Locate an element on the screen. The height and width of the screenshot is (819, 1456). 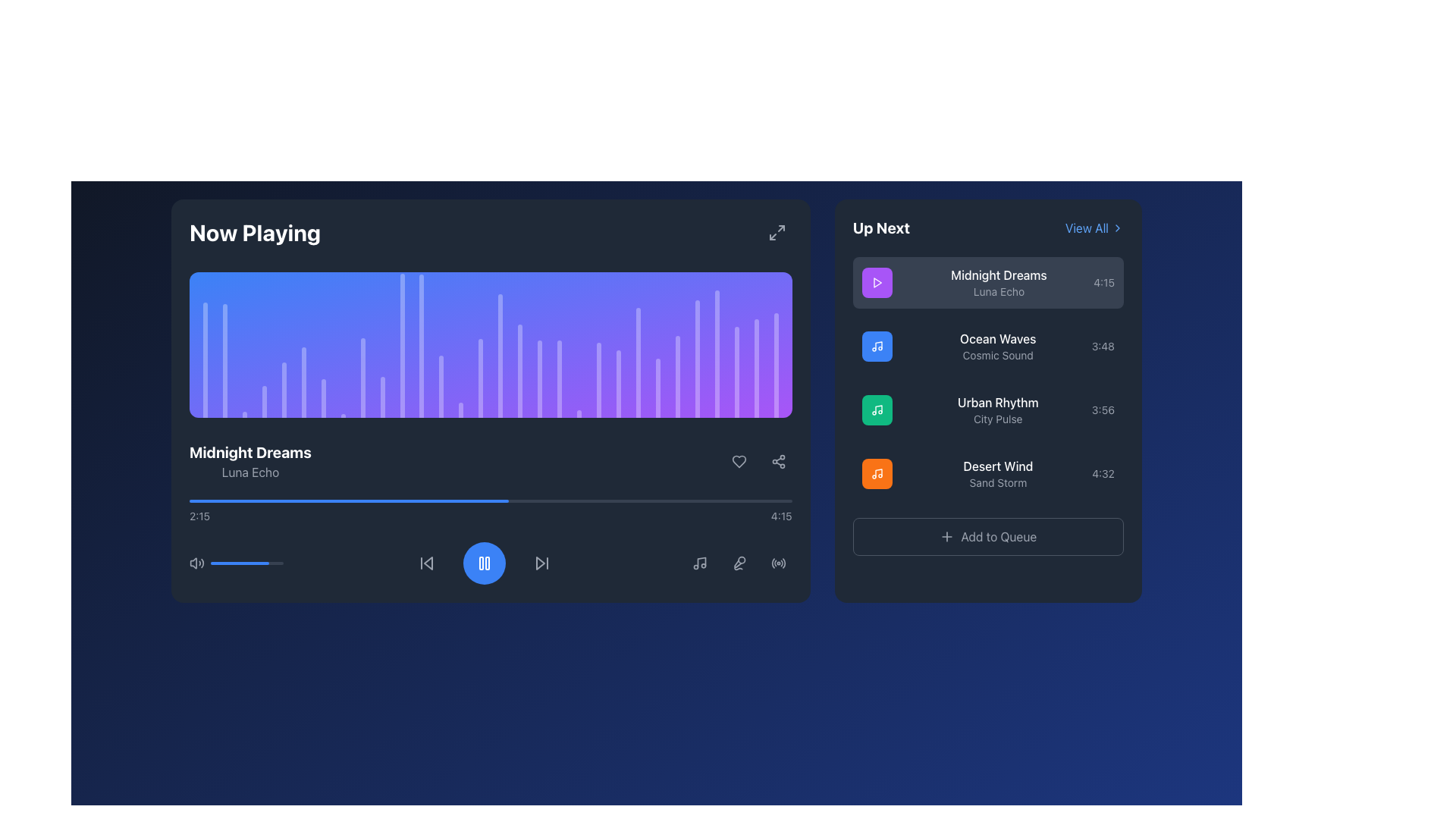
the circular sharing icon located in the bottom right corner of the 'Now Playing' section is located at coordinates (778, 461).